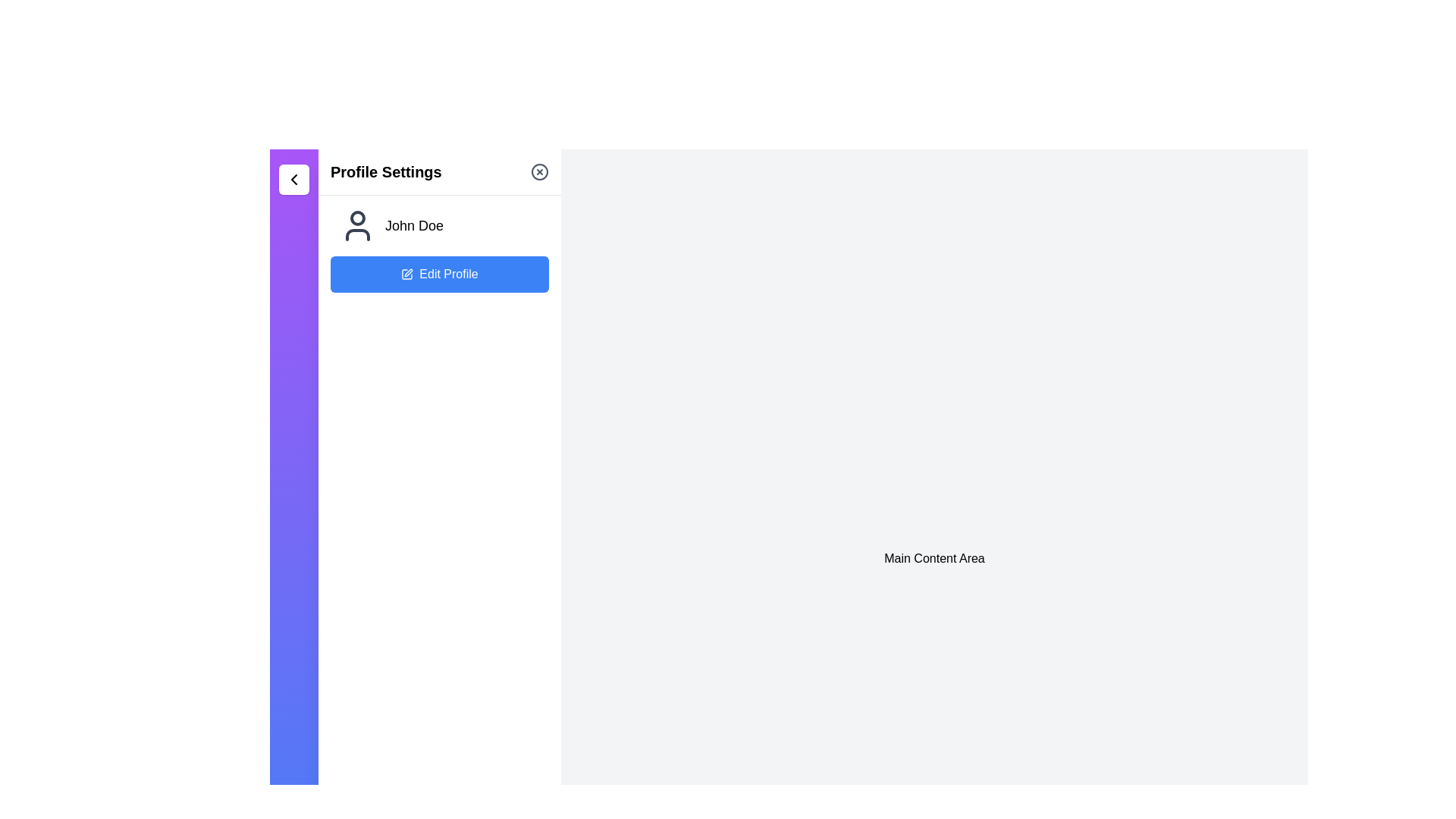 The height and width of the screenshot is (819, 1456). What do you see at coordinates (294, 178) in the screenshot?
I see `the button containing the leftward-pointing chevron icon with rounded edges and a black outline, located on the purple sidebar near the top-left corner of the interface` at bounding box center [294, 178].